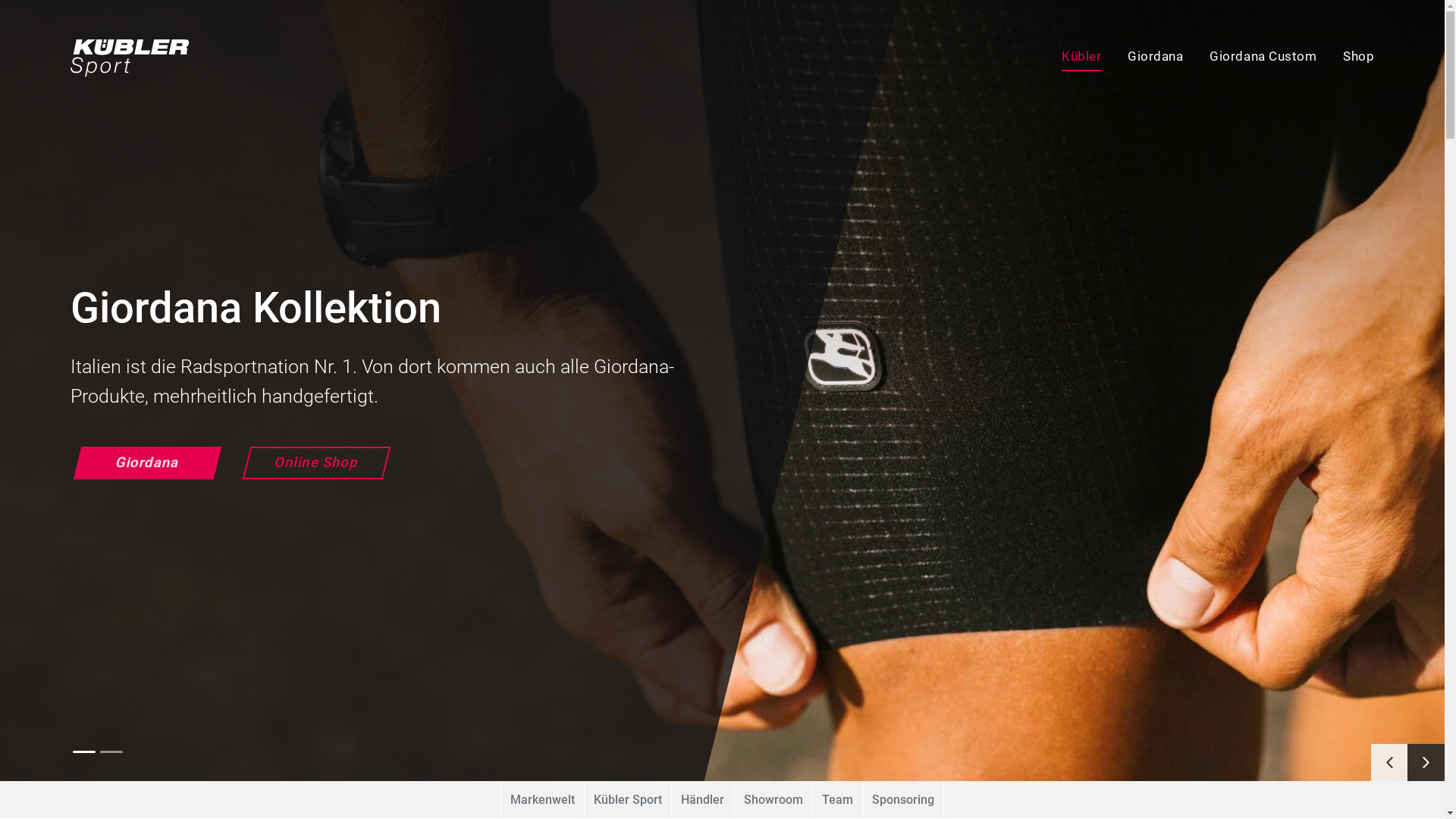  Describe the element at coordinates (1407, 762) in the screenshot. I see `'Next'` at that location.